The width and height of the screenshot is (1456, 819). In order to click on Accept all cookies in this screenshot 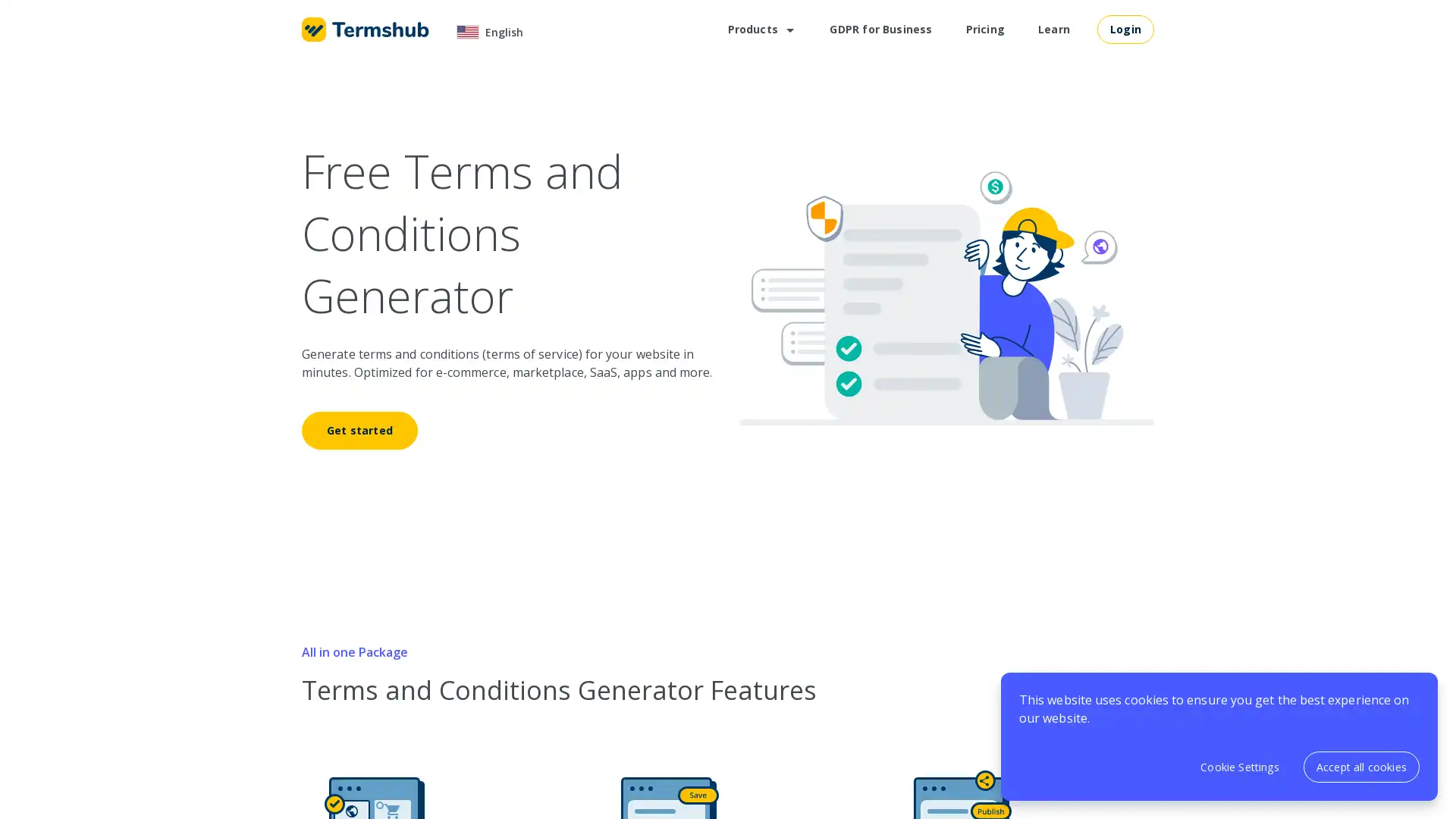, I will do `click(1361, 767)`.